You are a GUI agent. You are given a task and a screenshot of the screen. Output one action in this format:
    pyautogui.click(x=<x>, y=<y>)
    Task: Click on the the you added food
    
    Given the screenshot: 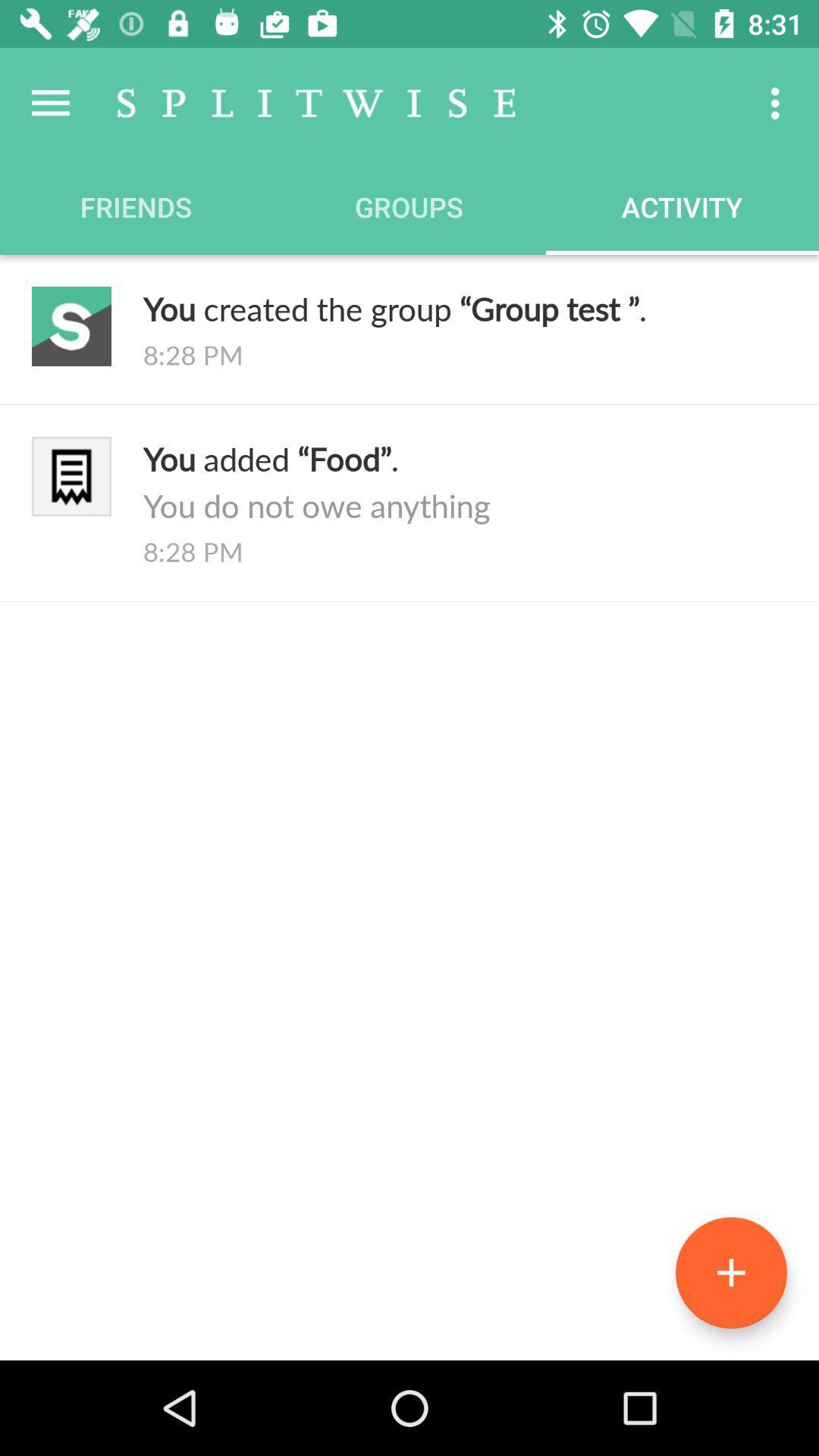 What is the action you would take?
    pyautogui.click(x=464, y=481)
    